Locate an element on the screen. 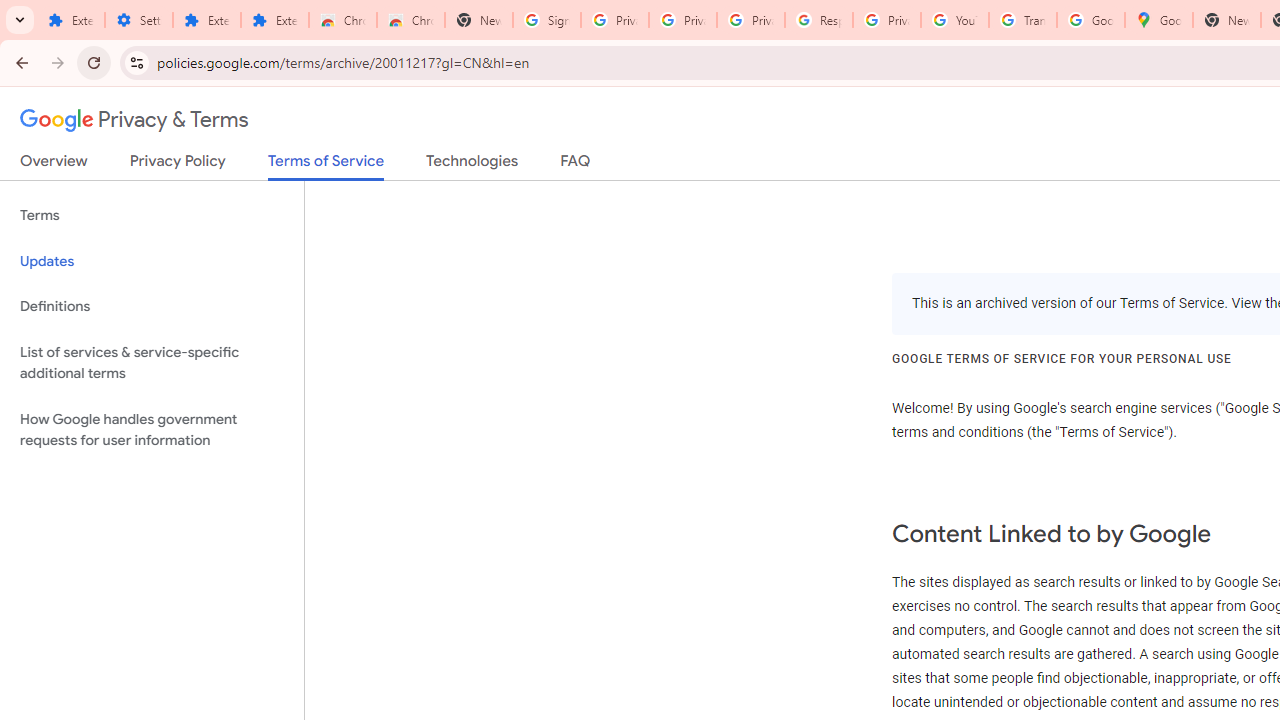  'How Google handles government requests for user information' is located at coordinates (151, 428).